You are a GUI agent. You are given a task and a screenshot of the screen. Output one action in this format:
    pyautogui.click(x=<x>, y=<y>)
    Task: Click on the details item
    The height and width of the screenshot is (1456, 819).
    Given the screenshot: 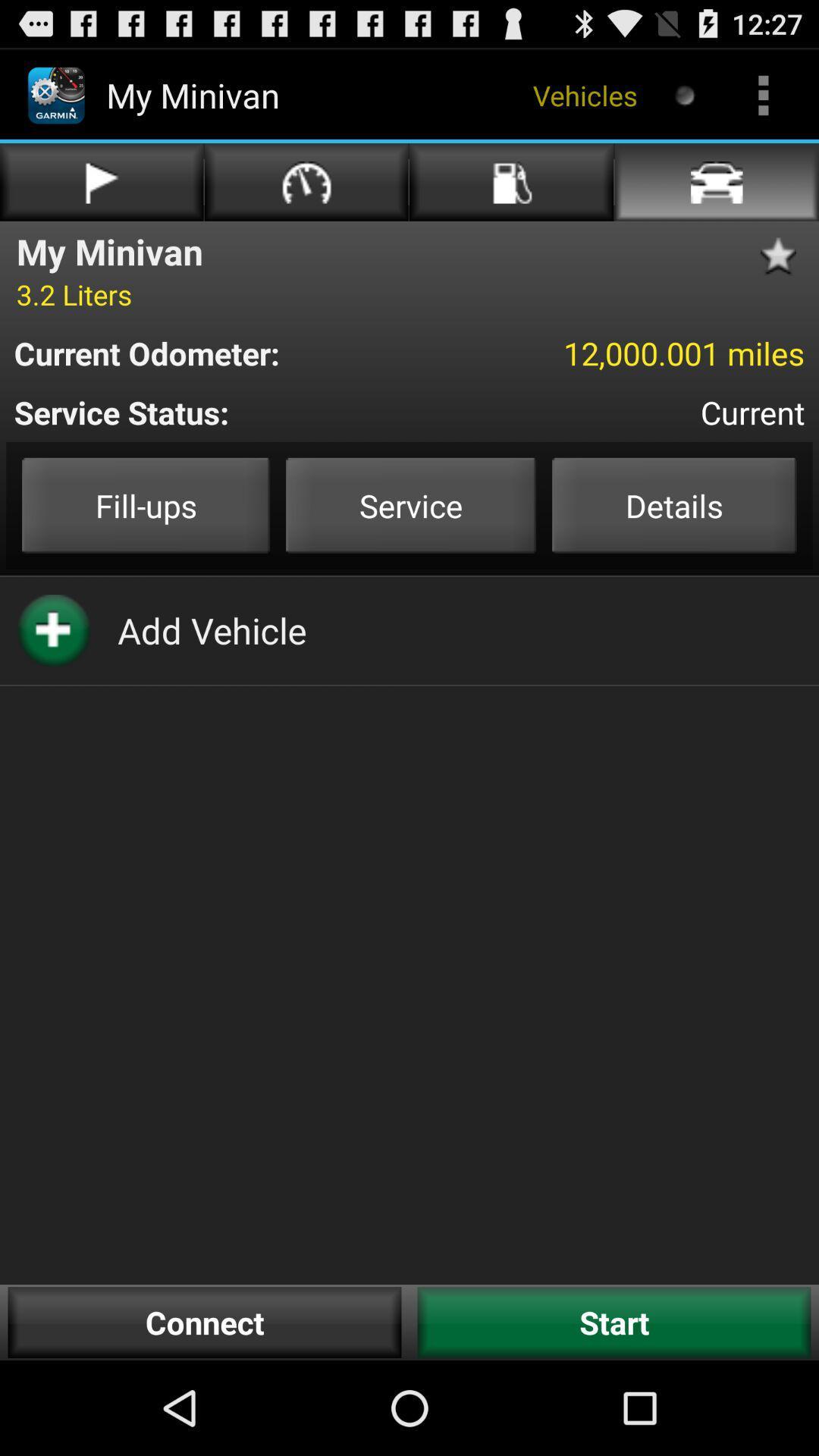 What is the action you would take?
    pyautogui.click(x=673, y=505)
    